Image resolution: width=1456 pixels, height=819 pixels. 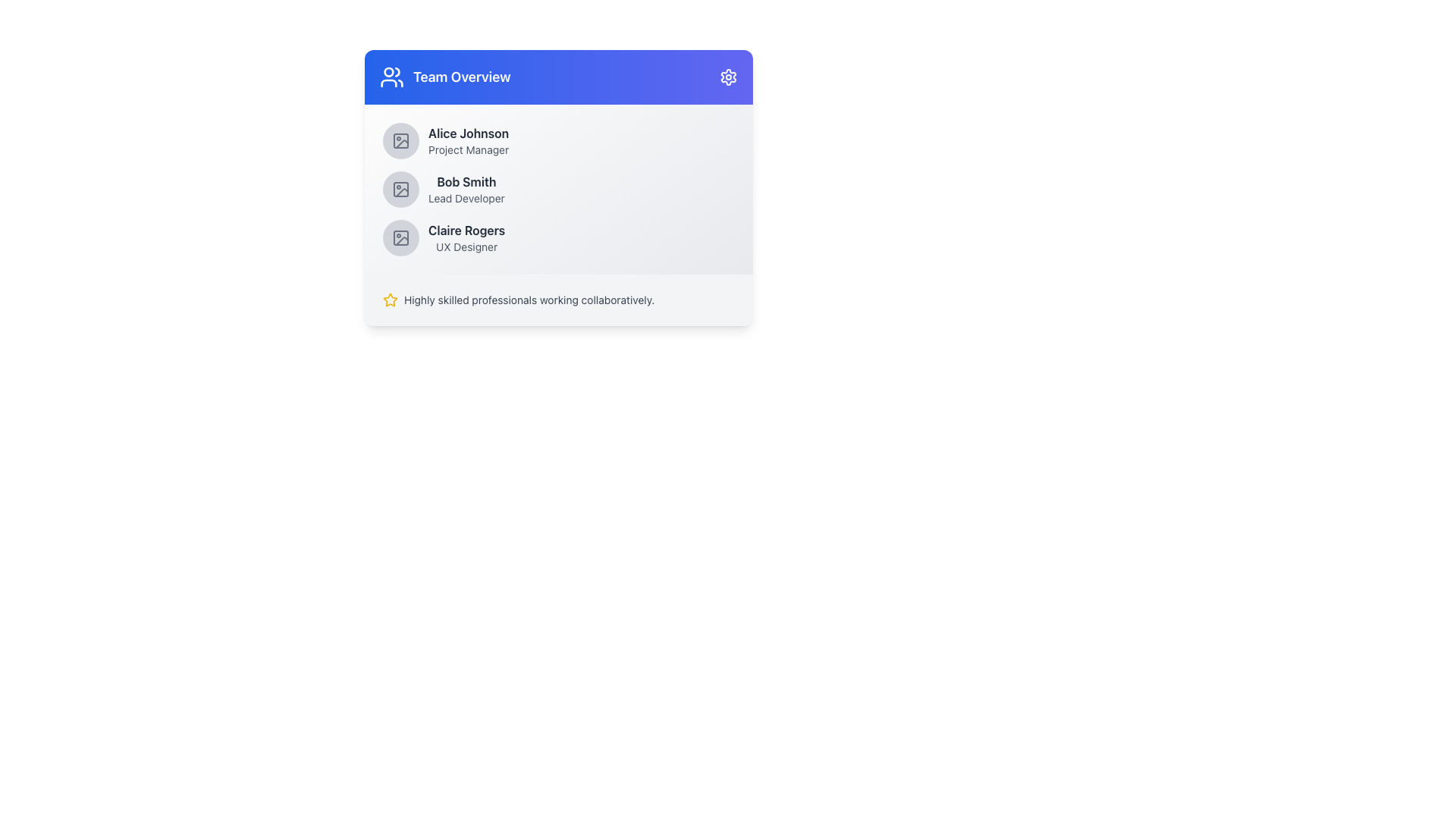 I want to click on the circular image icon with a light gray background representing an image, located under the 'Team Overview' section next to 'Bob Smith, Lead Developer', so click(x=400, y=189).